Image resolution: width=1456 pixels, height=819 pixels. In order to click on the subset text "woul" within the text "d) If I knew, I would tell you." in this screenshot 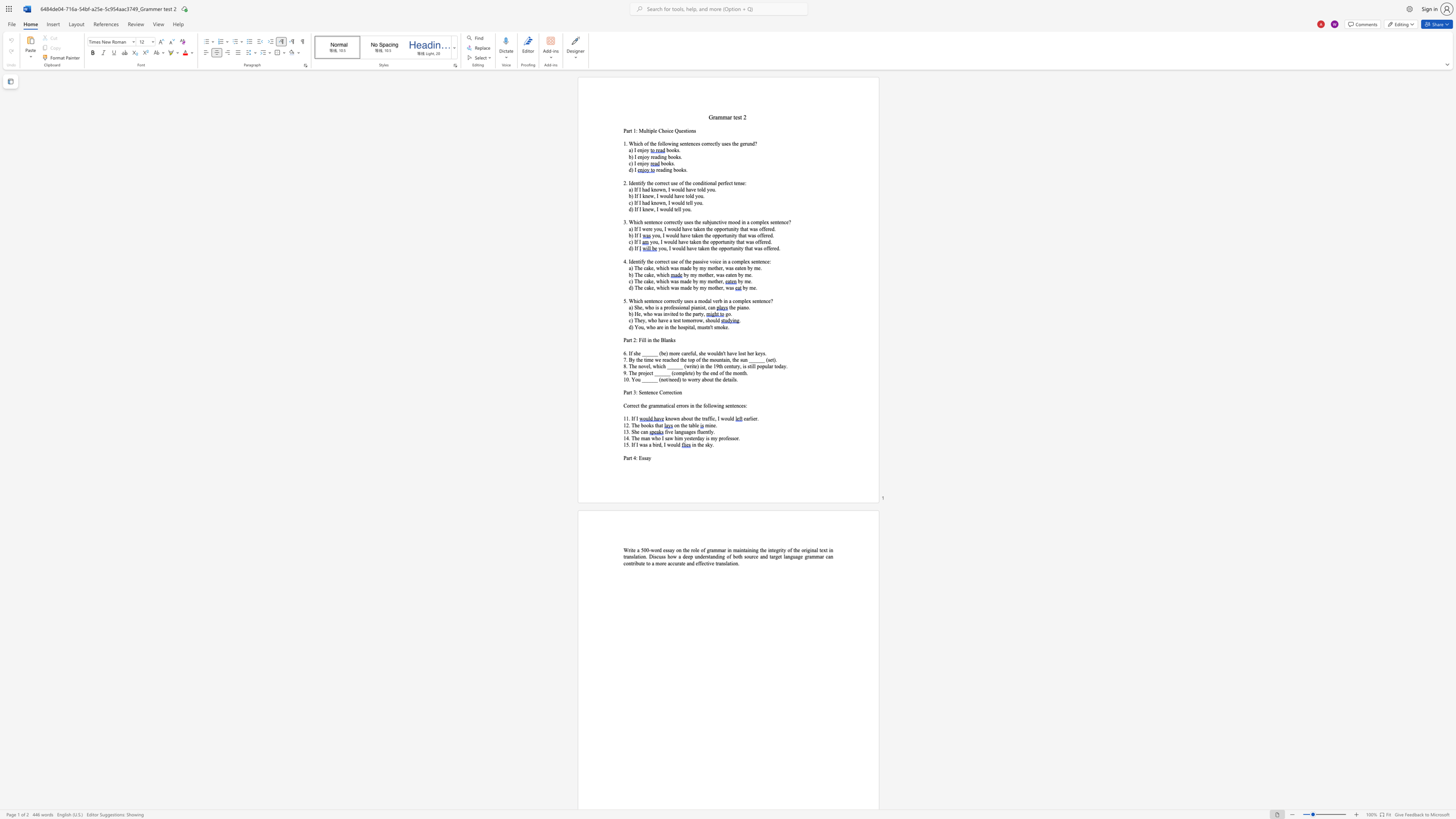, I will do `click(660, 209)`.